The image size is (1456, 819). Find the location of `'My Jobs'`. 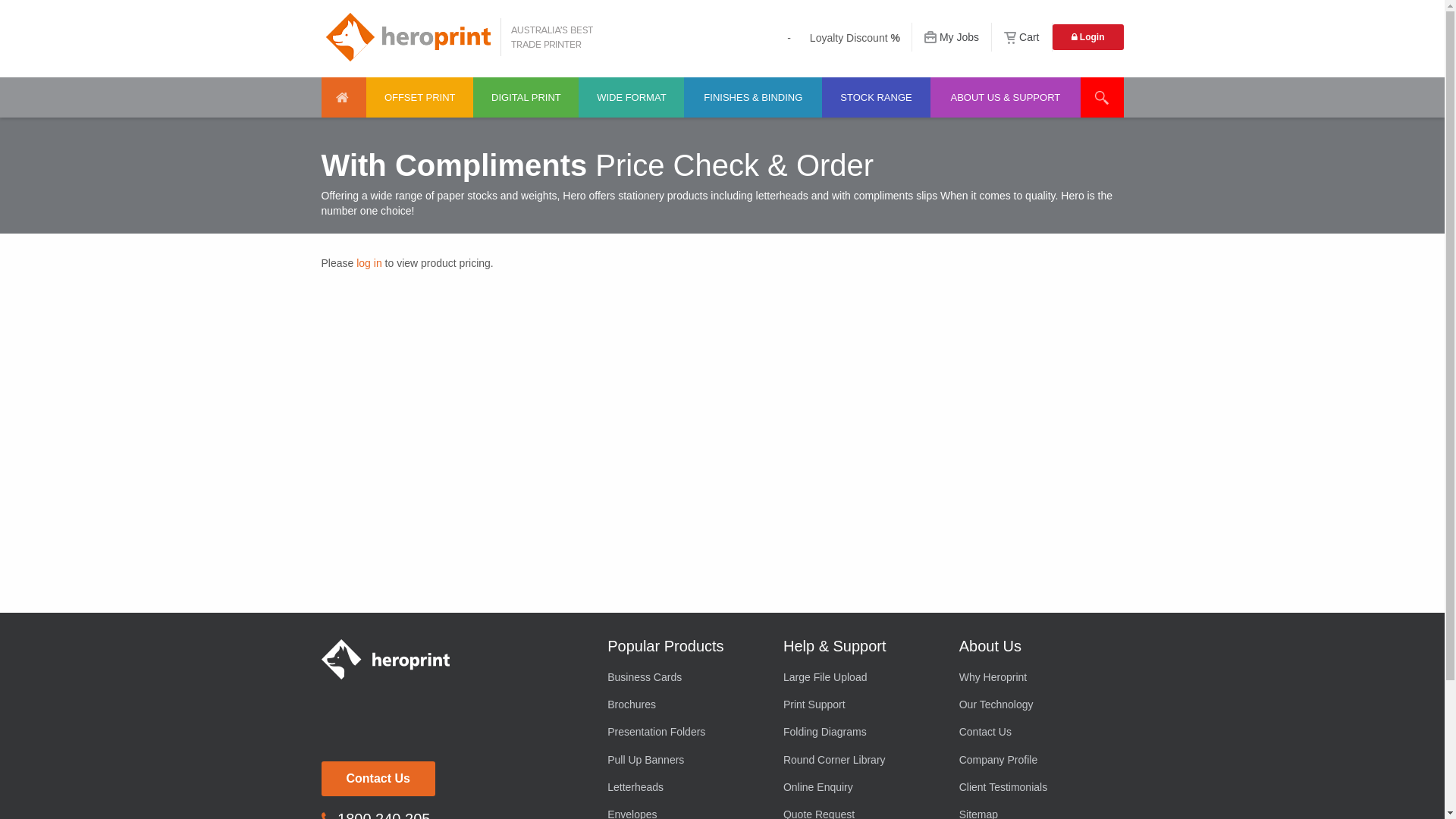

'My Jobs' is located at coordinates (950, 36).